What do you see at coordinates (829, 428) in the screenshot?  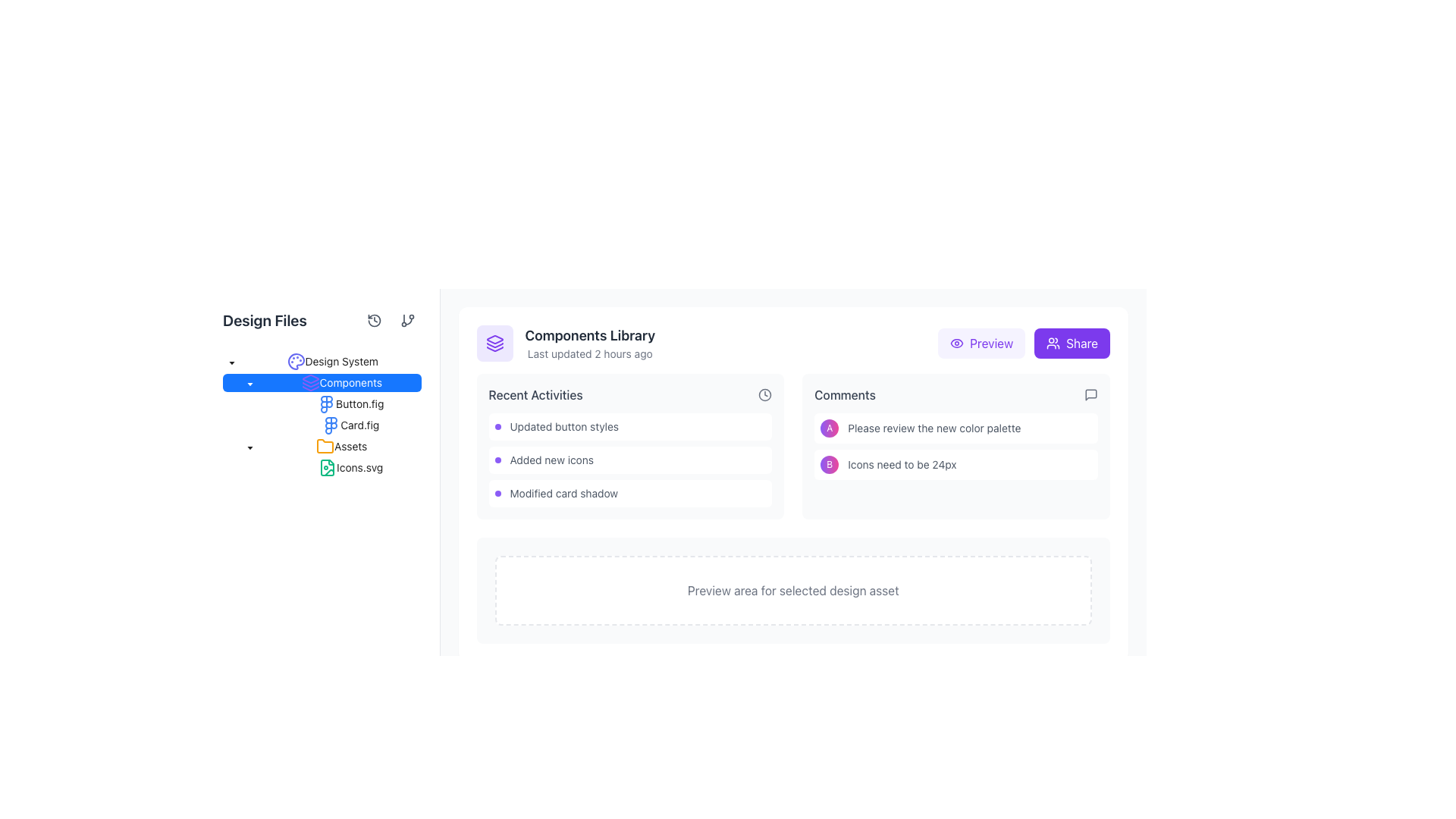 I see `the user avatar in the 'Comments' section associated with the comment 'Please review the new color palette'` at bounding box center [829, 428].